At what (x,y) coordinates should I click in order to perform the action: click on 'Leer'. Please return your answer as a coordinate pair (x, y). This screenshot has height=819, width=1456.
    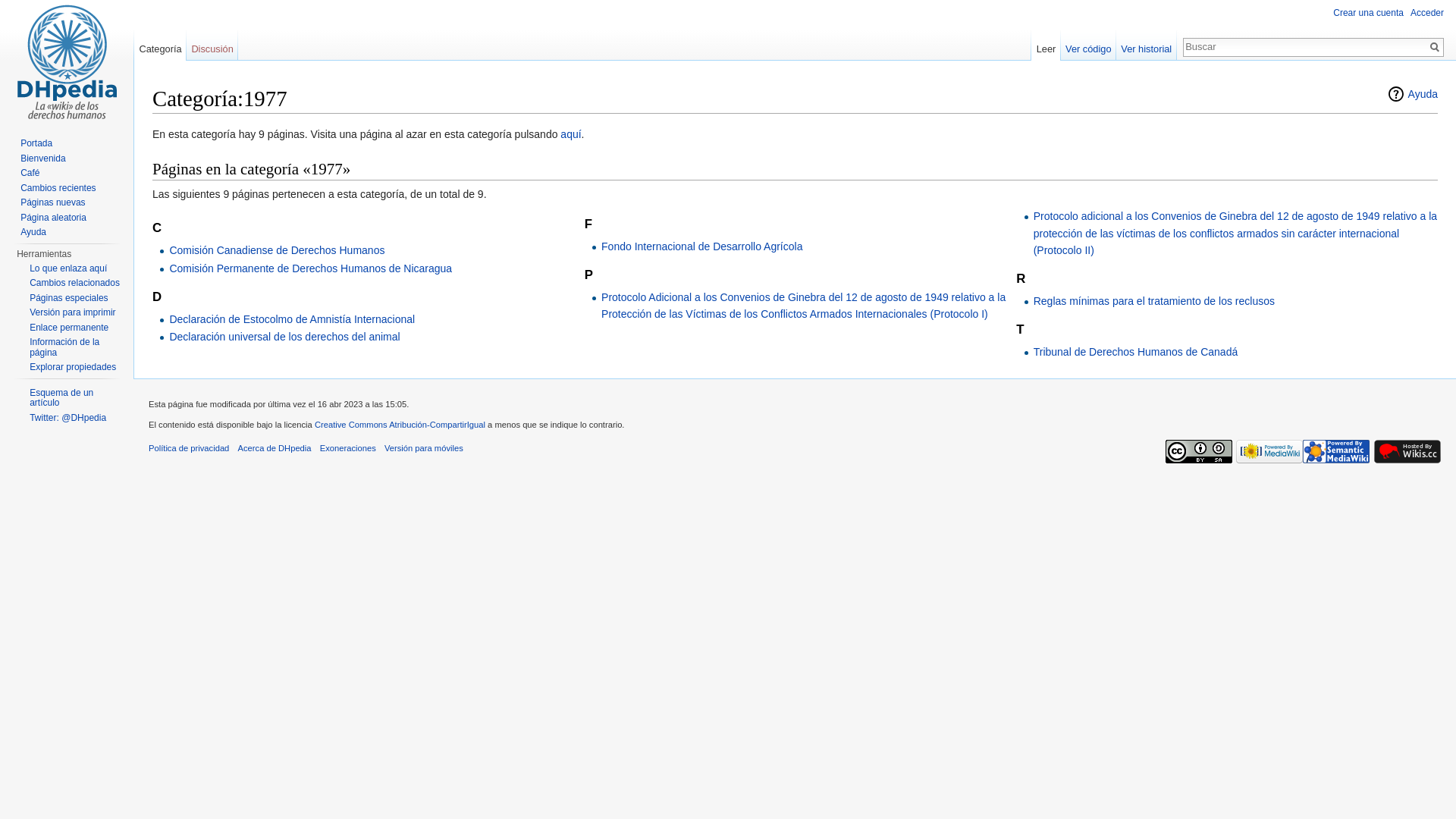
    Looking at the image, I should click on (1044, 45).